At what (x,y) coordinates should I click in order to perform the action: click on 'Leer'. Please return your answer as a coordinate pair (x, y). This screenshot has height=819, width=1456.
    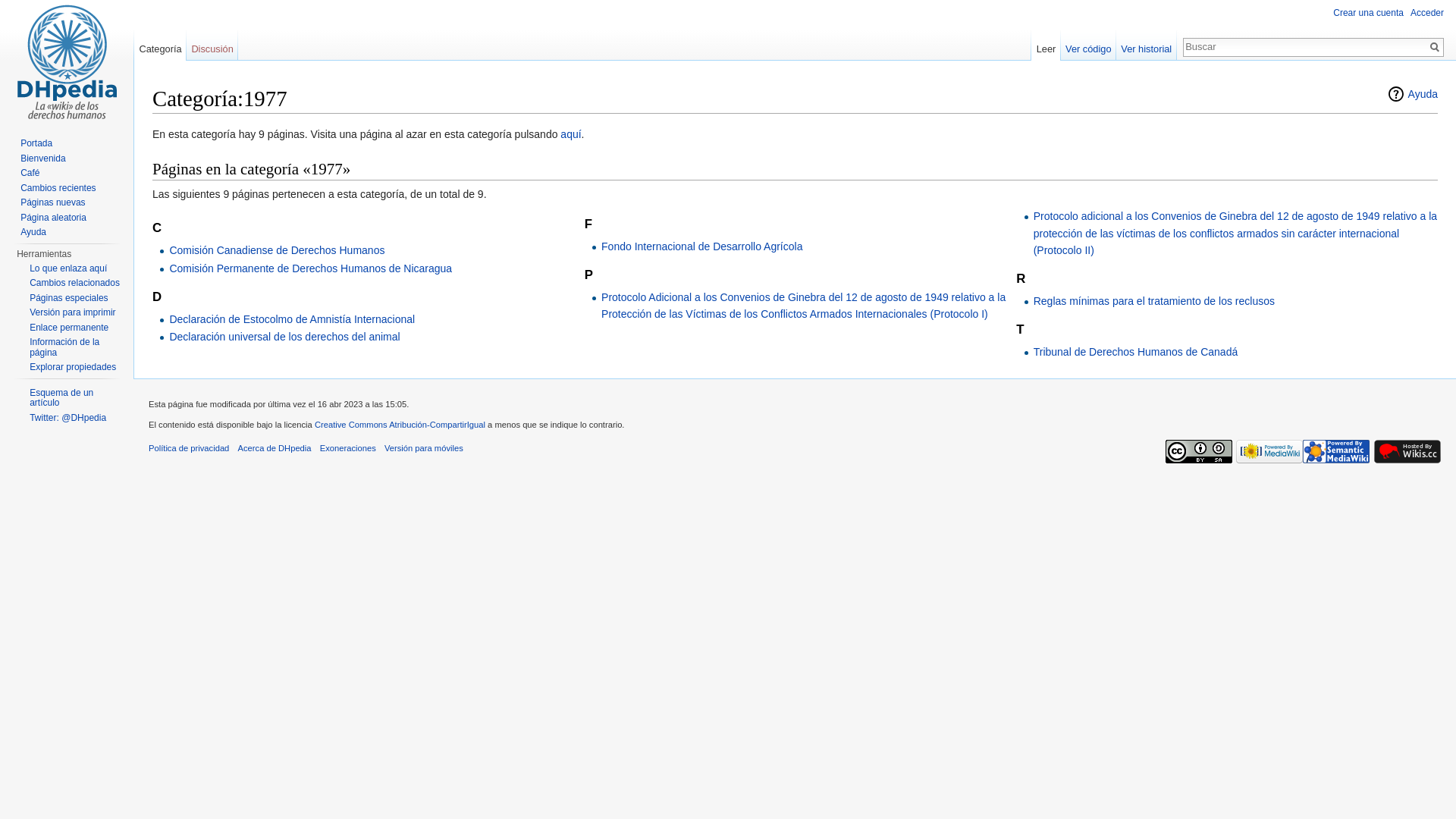
    Looking at the image, I should click on (1044, 45).